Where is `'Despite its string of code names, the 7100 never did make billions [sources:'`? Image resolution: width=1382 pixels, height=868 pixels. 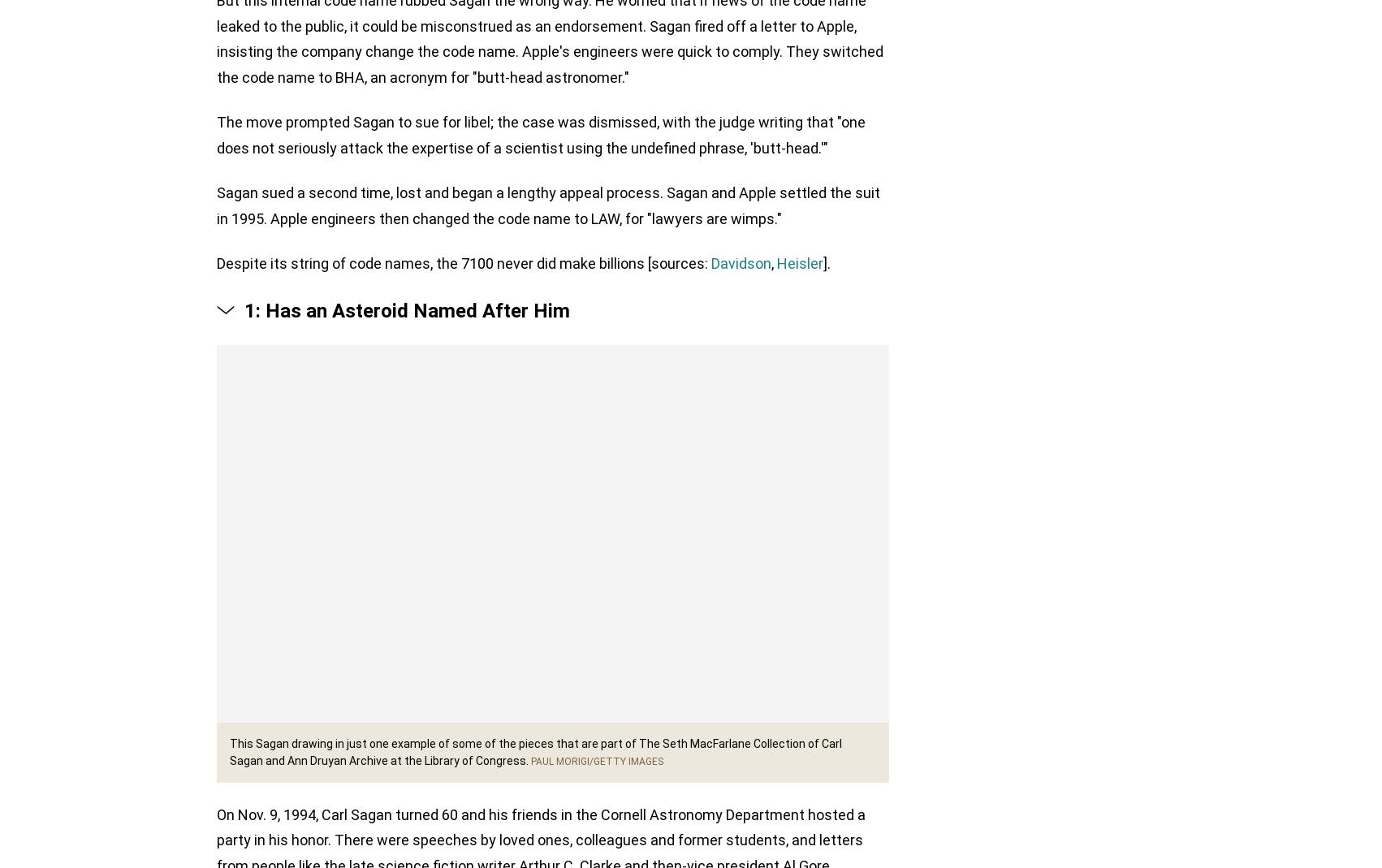 'Despite its string of code names, the 7100 never did make billions [sources:' is located at coordinates (464, 266).